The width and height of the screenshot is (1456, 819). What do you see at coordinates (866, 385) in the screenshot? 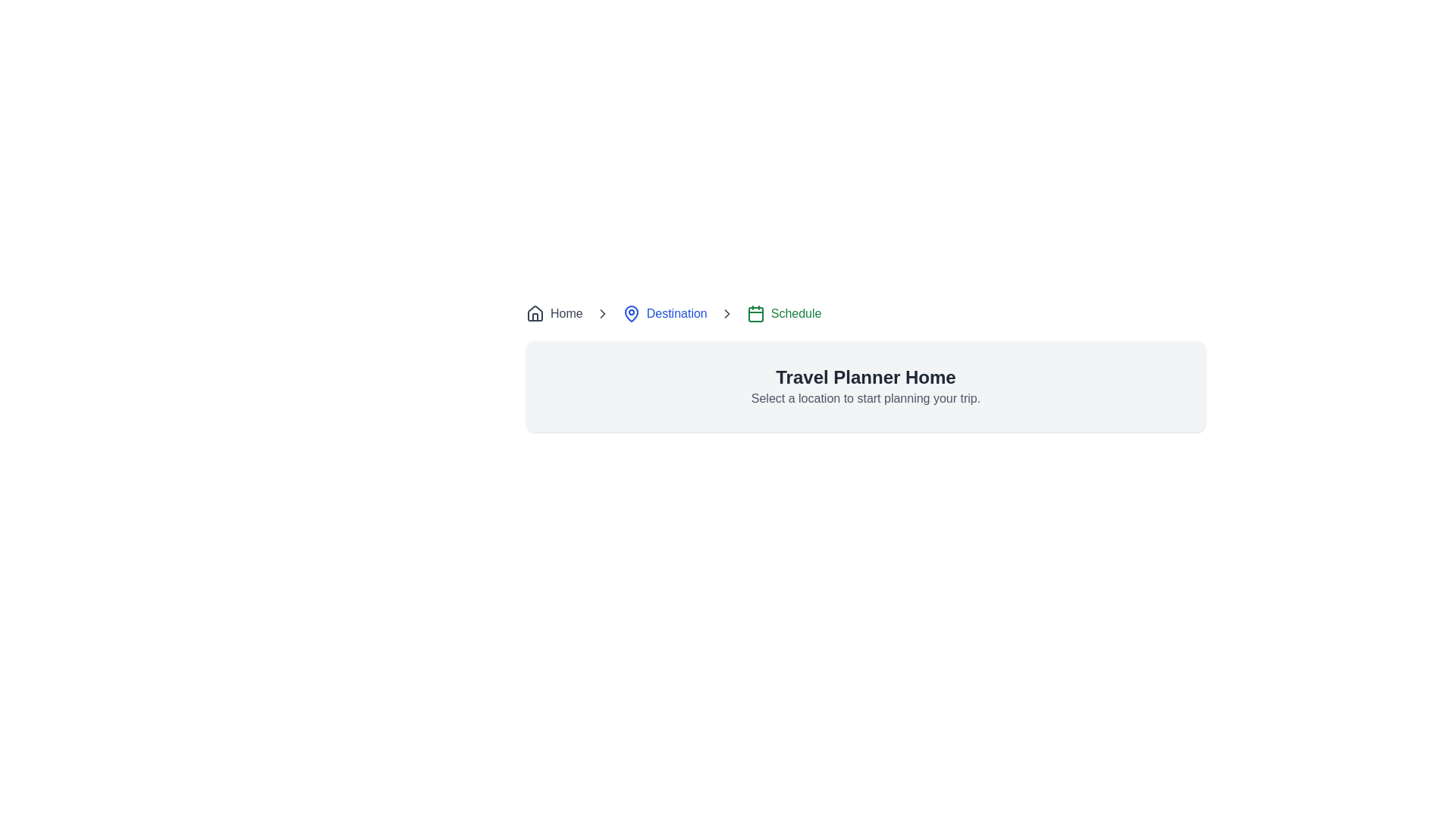
I see `text displayed in the central text block, which contains 'Travel Planner Home' and 'Select a location to start planning your trip.'` at bounding box center [866, 385].